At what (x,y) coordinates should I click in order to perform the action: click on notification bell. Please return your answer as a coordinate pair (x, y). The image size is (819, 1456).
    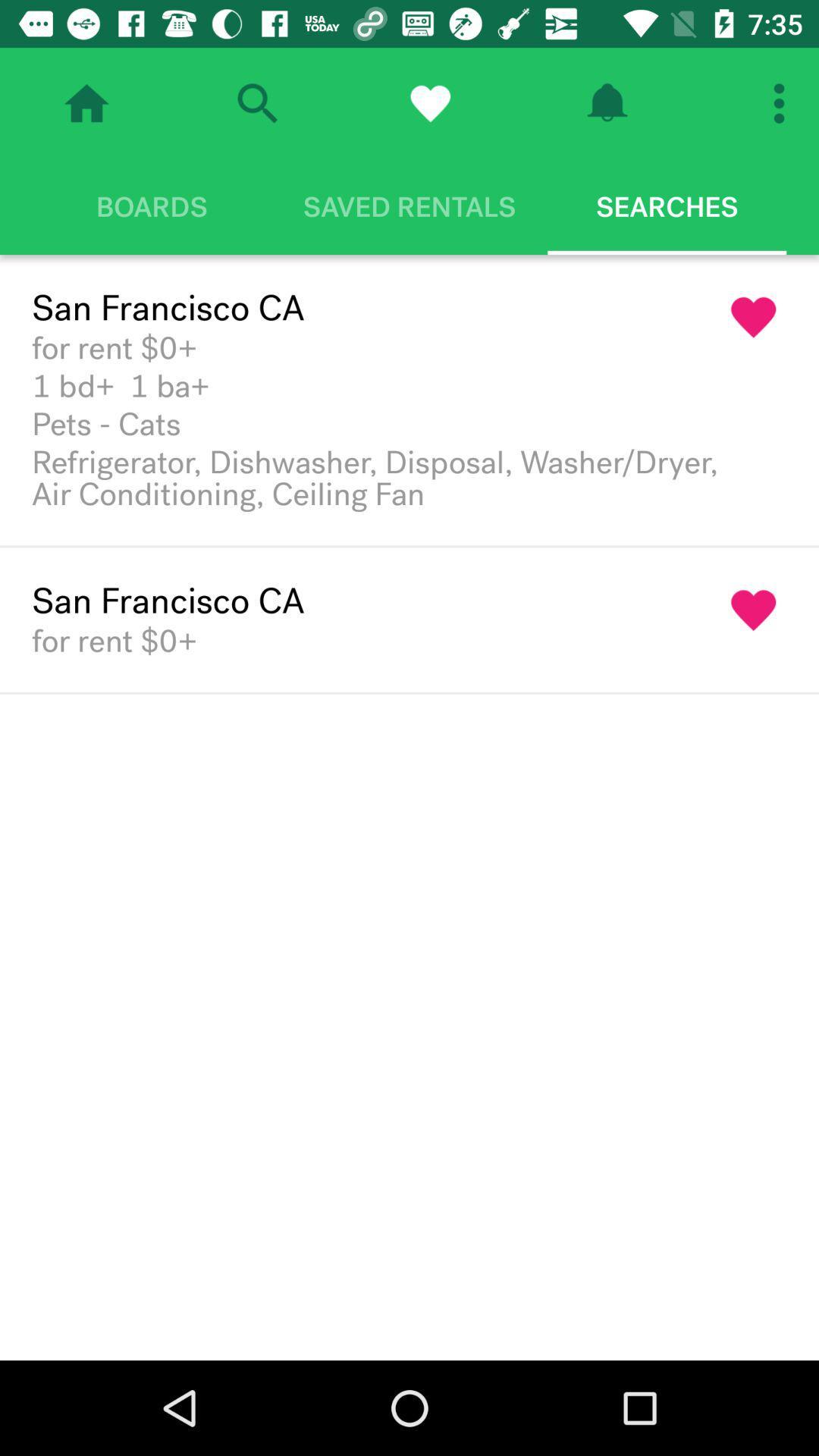
    Looking at the image, I should click on (606, 102).